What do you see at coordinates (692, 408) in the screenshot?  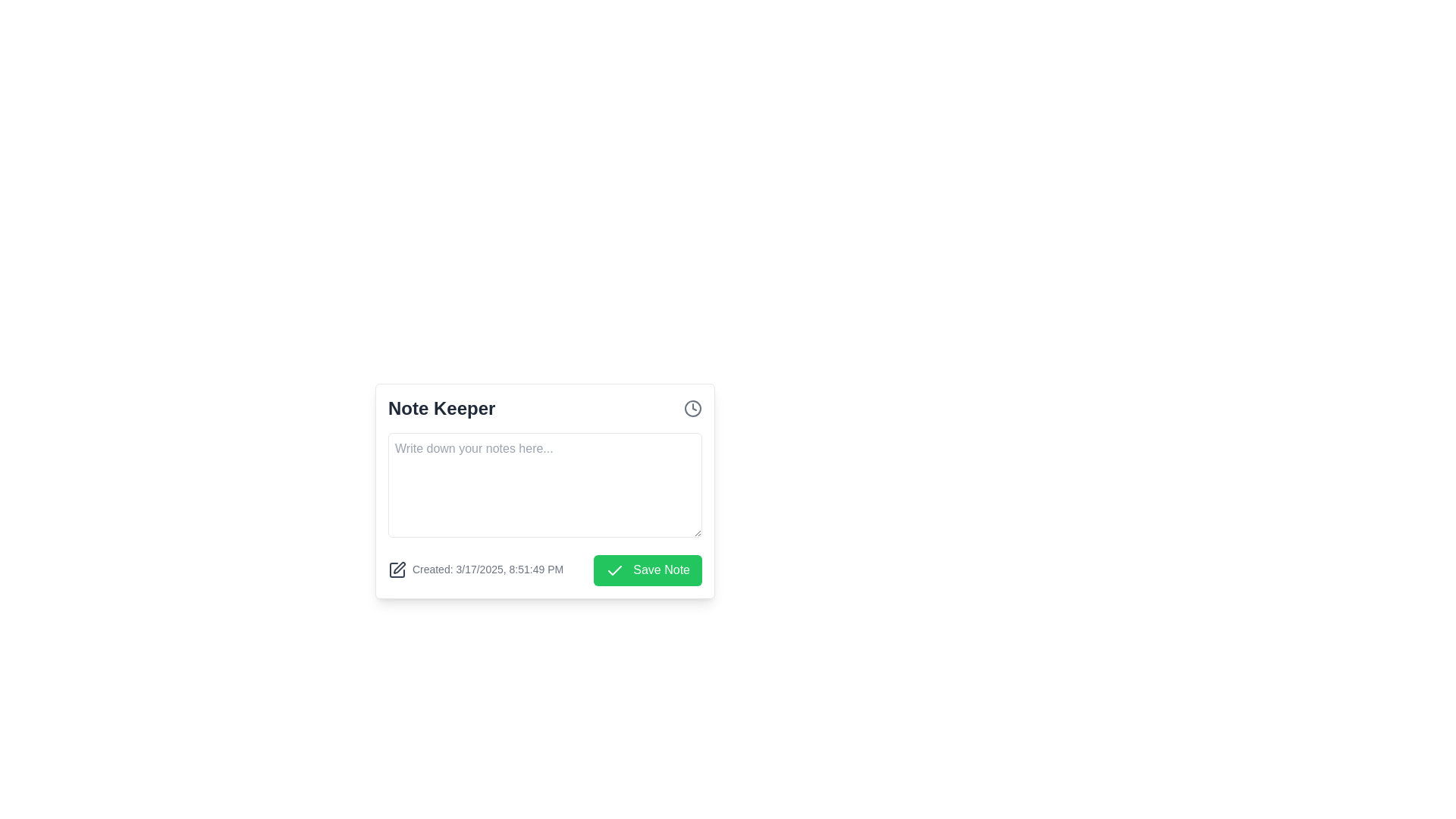 I see `the time-related icon located to the far right within the header section of the 'Note Keeper' interface, next to the title text 'Note Keeper'` at bounding box center [692, 408].